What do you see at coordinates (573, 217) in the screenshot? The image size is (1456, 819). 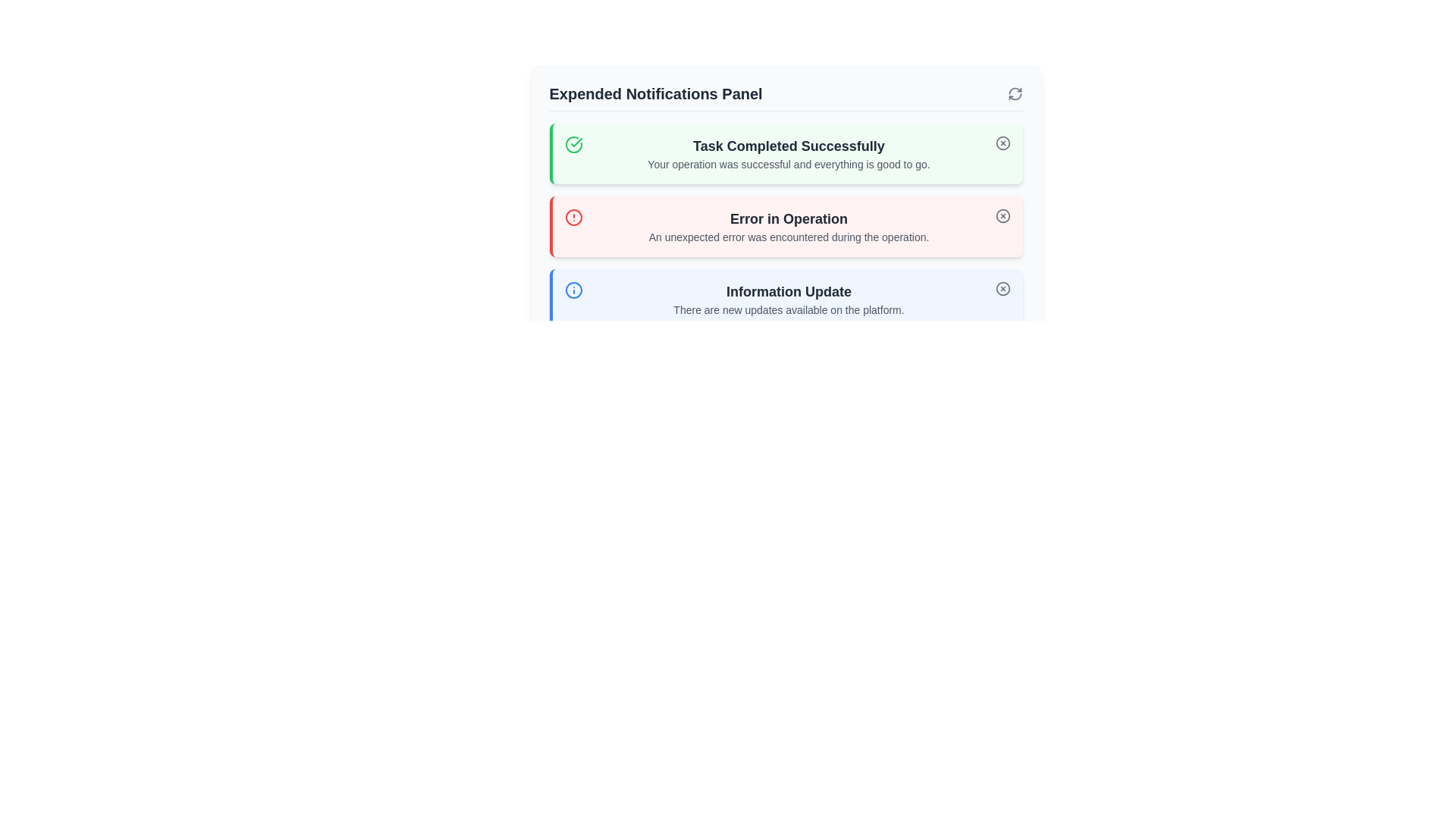 I see `the visual alert icon indicating an error or warning state, located in the left part of the red-bordered notification box labeled 'Error in Operation'` at bounding box center [573, 217].